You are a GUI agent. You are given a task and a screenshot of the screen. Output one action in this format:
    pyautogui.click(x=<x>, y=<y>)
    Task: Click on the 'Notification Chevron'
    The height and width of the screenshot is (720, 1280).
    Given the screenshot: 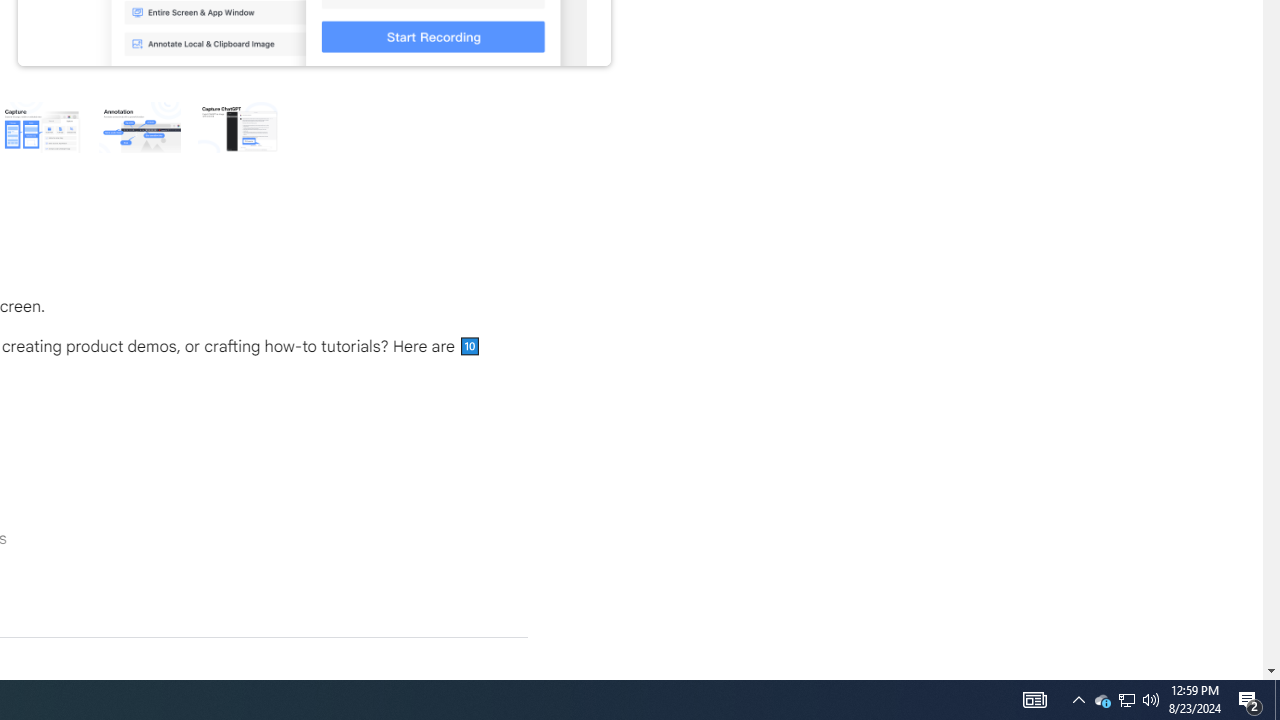 What is the action you would take?
    pyautogui.click(x=1127, y=698)
    